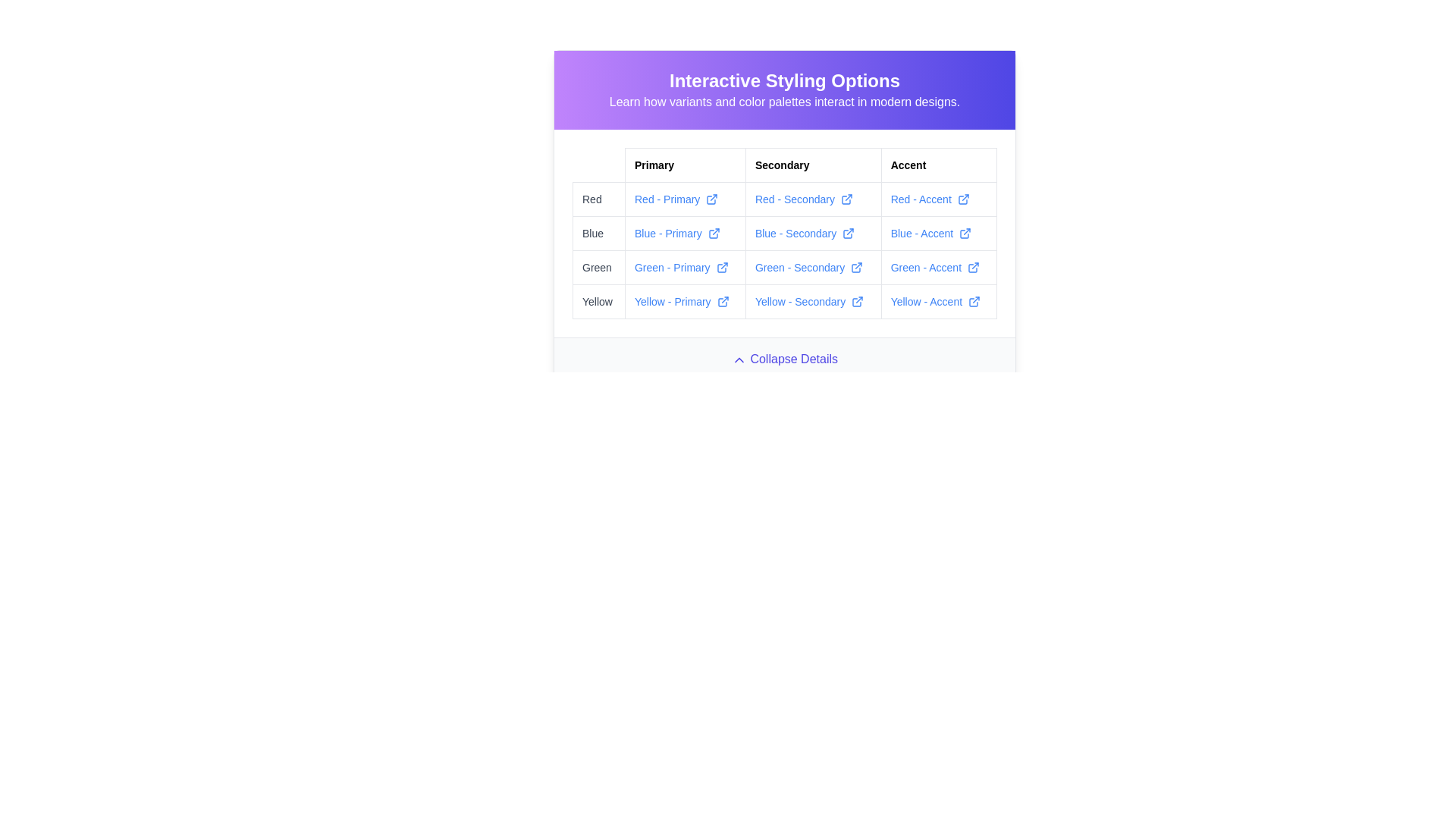 The height and width of the screenshot is (819, 1456). What do you see at coordinates (803, 198) in the screenshot?
I see `the hyperlink in the 'Secondary' column related to the 'Red' label` at bounding box center [803, 198].